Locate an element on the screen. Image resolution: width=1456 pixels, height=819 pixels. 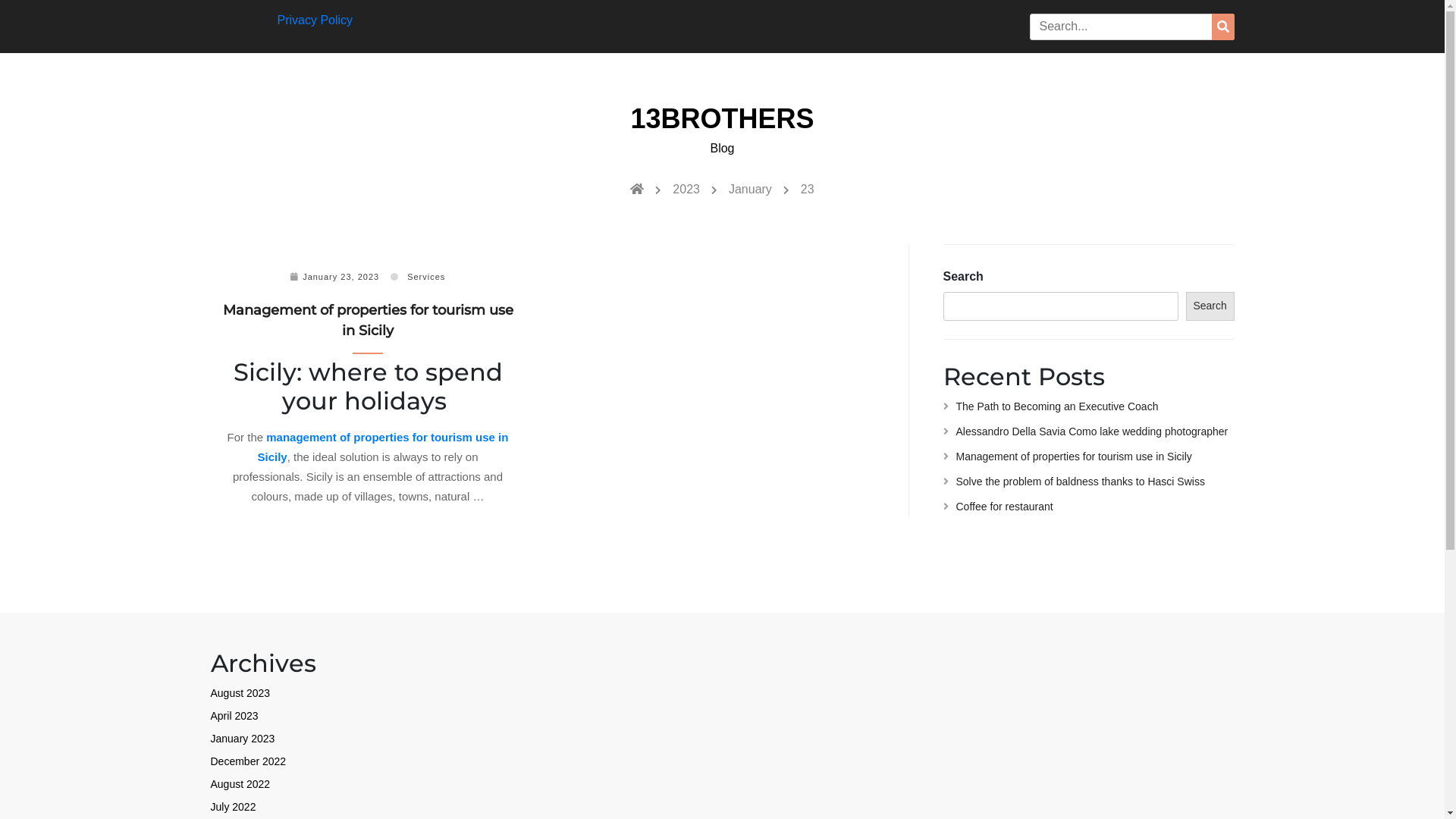
'January 2023' is located at coordinates (243, 738).